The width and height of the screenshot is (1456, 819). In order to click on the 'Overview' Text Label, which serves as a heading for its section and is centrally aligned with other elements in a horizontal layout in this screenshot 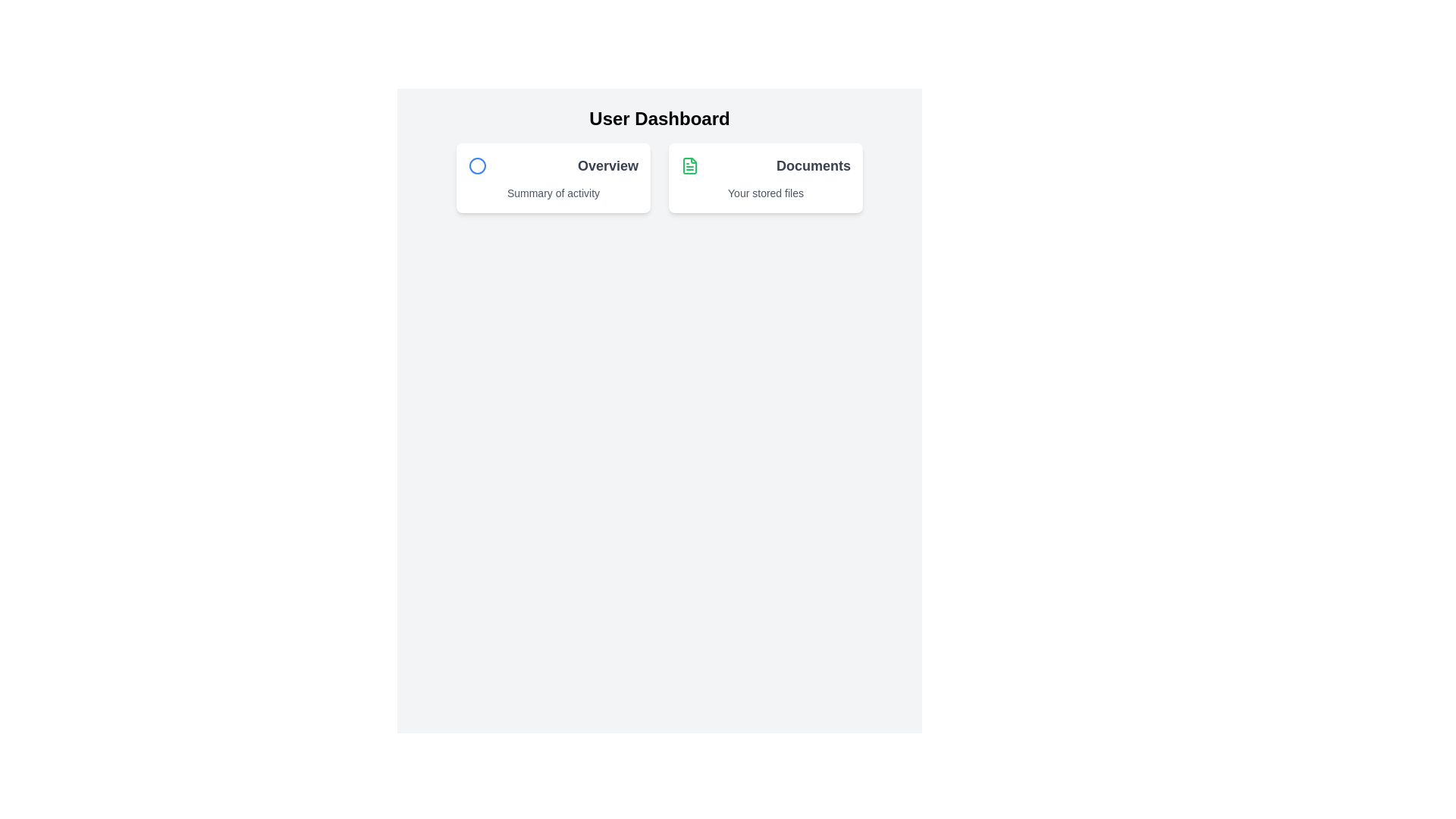, I will do `click(607, 166)`.